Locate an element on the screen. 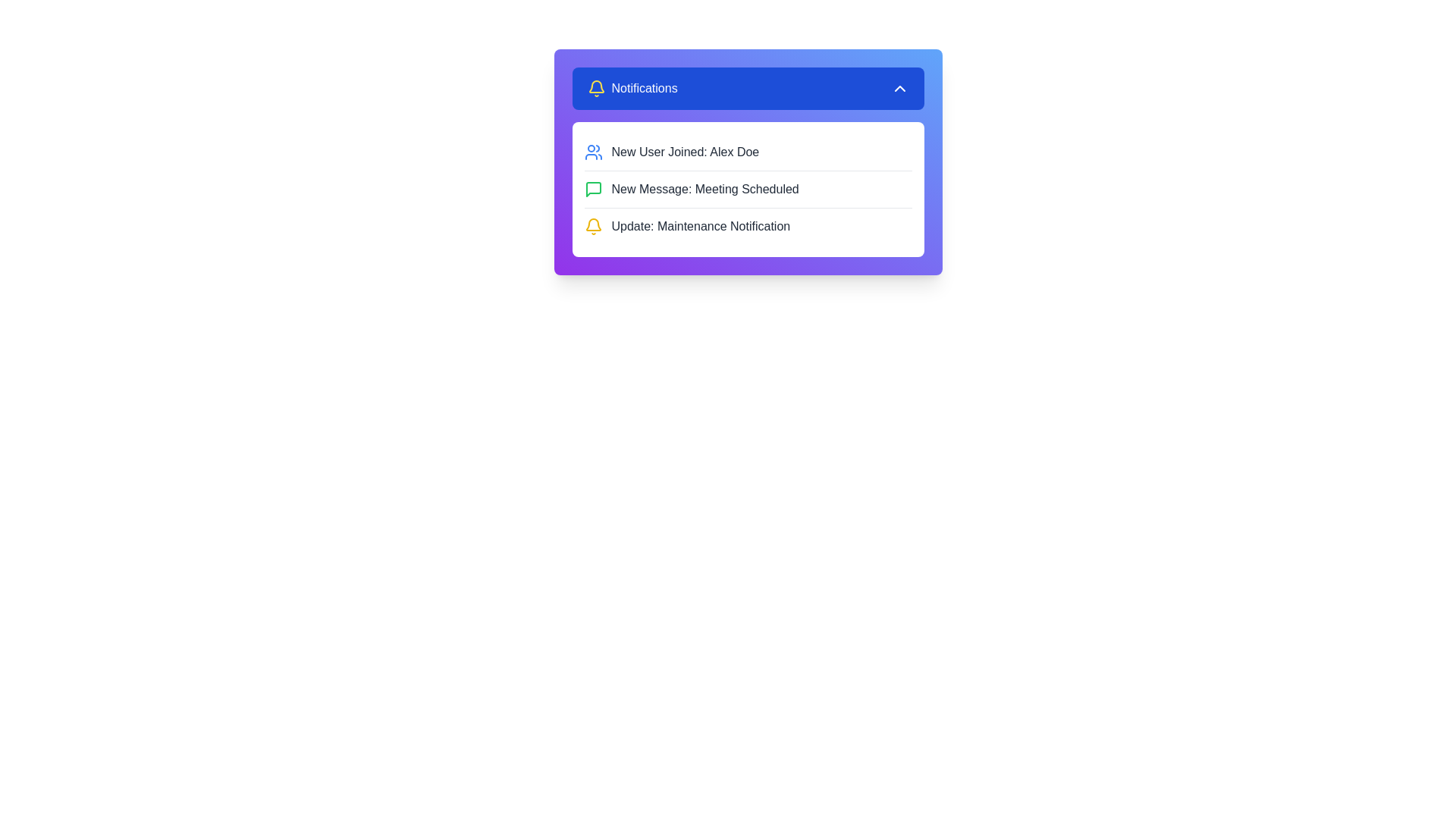 The width and height of the screenshot is (1456, 819). collapse/expand button to toggle the notification menu is located at coordinates (899, 88).